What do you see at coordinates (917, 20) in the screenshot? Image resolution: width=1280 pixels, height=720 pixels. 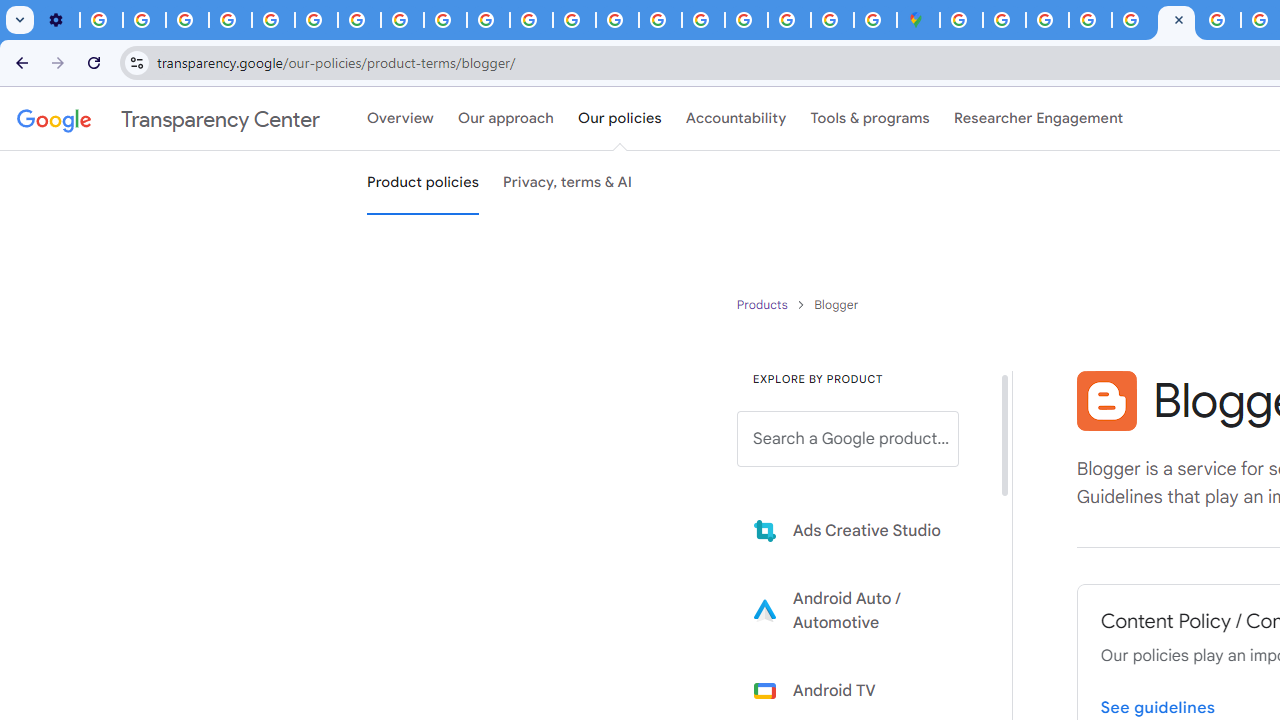 I see `'Google Maps'` at bounding box center [917, 20].